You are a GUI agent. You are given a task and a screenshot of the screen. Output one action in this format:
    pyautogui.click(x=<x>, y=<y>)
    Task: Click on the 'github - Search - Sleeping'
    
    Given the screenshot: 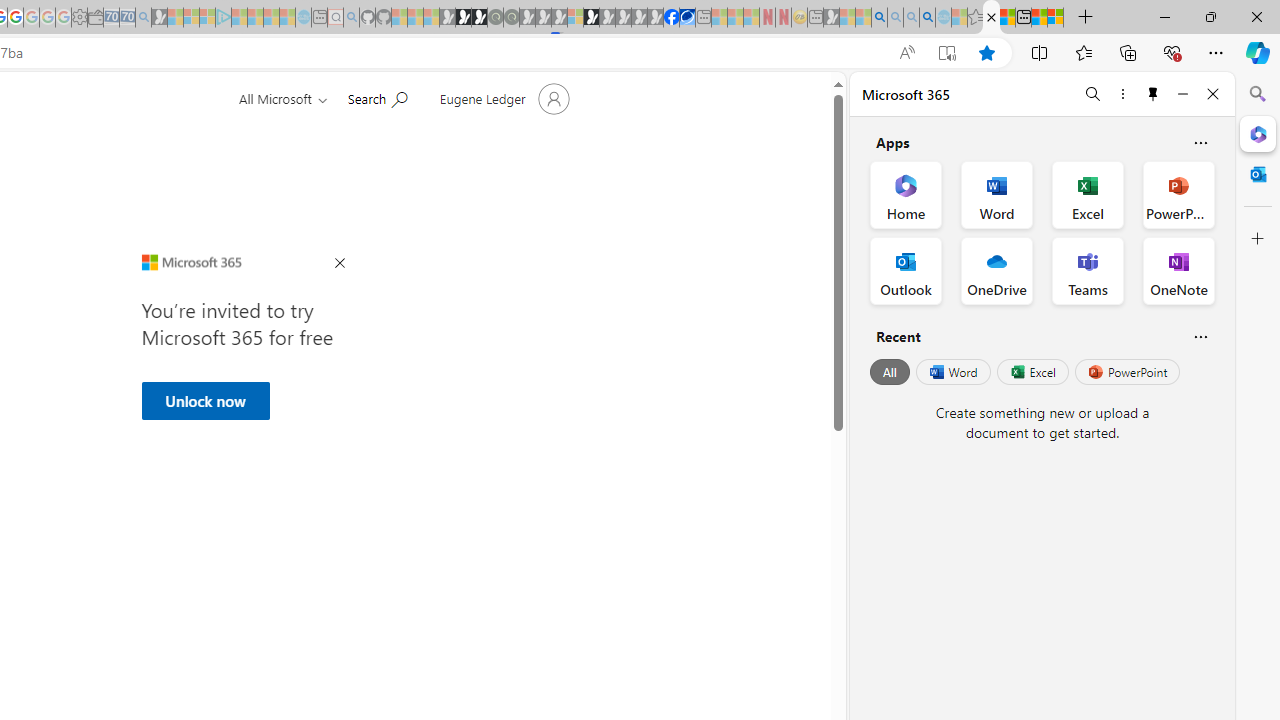 What is the action you would take?
    pyautogui.click(x=352, y=17)
    